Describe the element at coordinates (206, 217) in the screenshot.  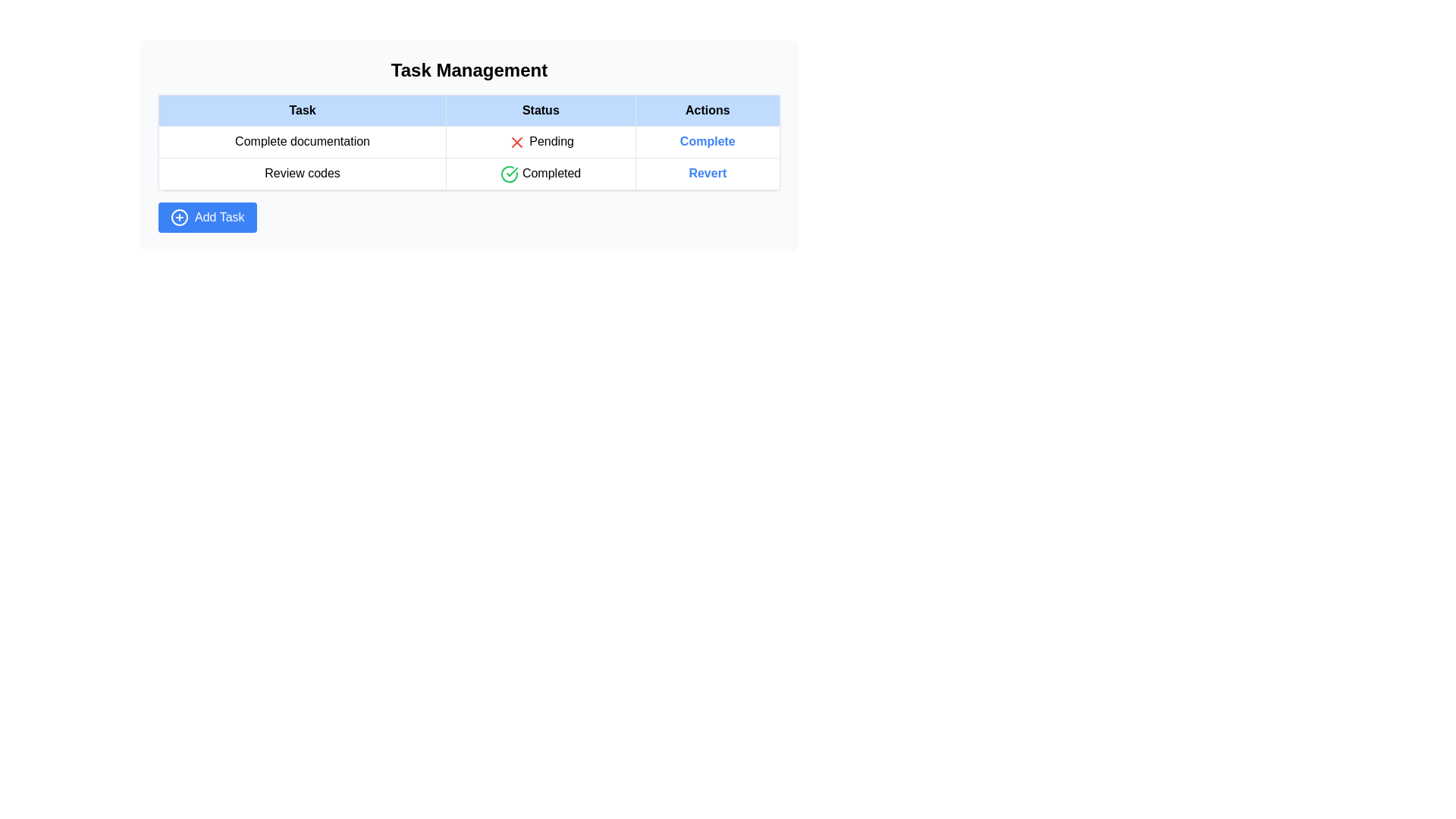
I see `the 'Add Task' button located at the bottom-left area of the 'Task Management' section` at that location.